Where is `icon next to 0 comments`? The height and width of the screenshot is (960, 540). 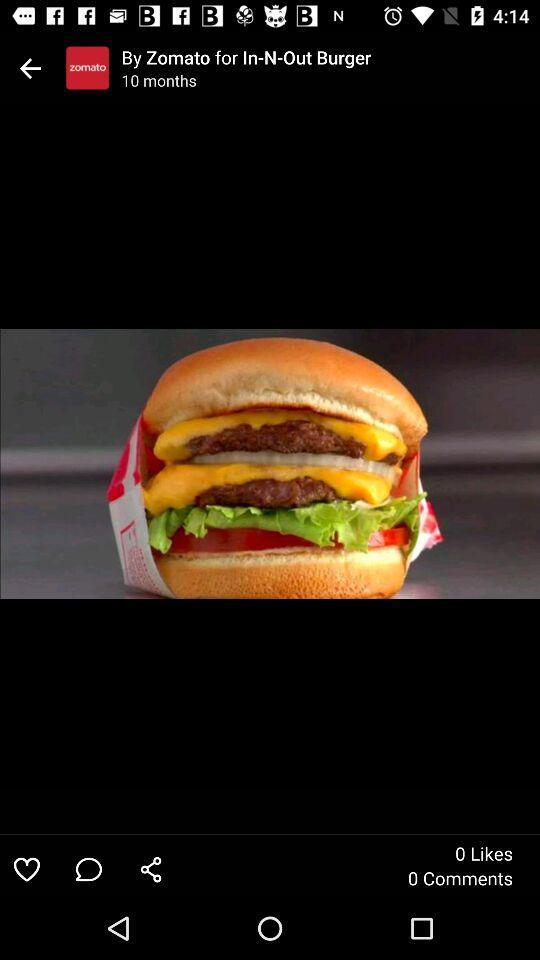
icon next to 0 comments is located at coordinates (150, 868).